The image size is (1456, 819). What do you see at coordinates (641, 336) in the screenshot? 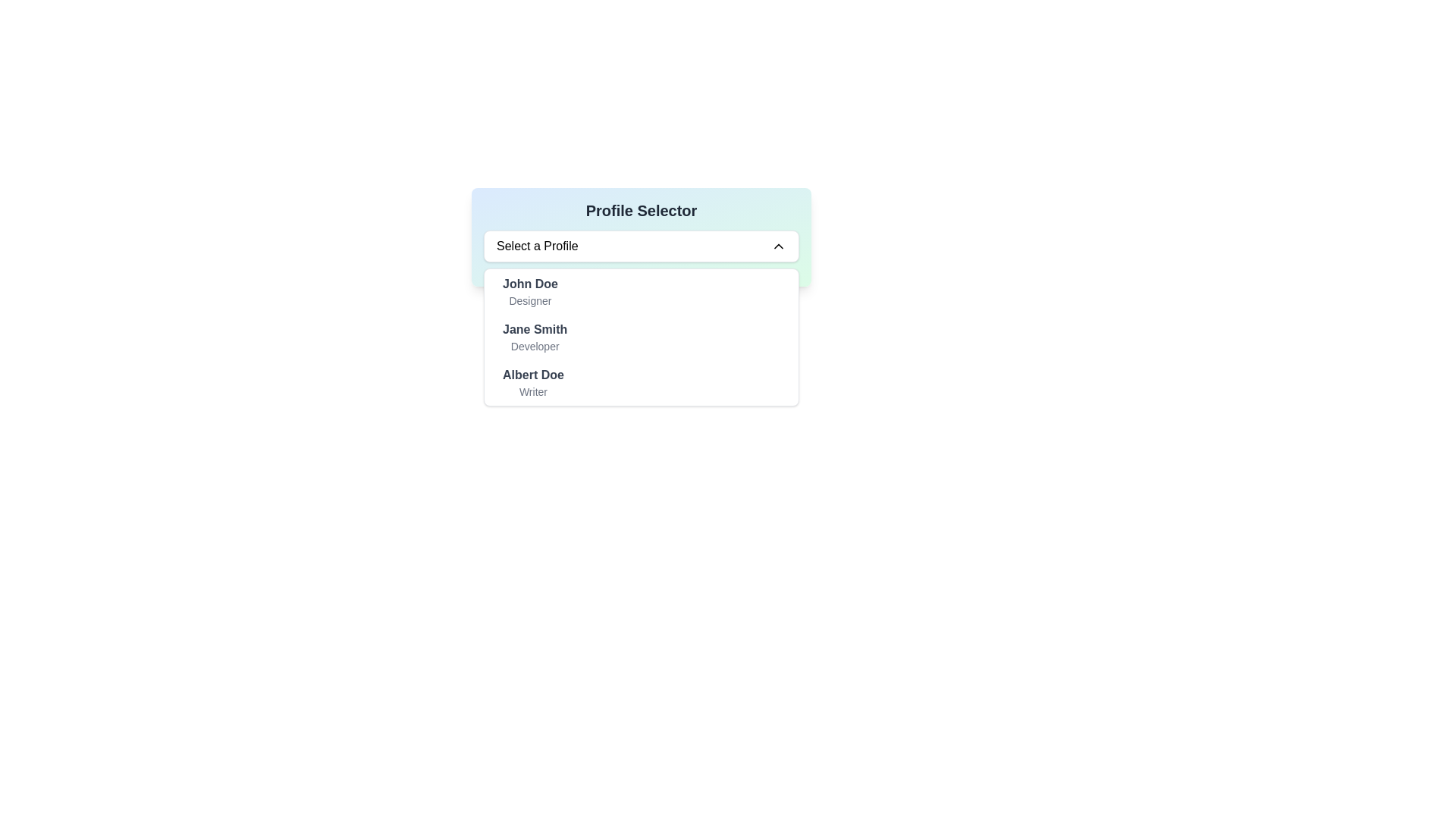
I see `the selectable profile option 'Jane Smith', labeled as 'Developer', within the dropdown menu using keyboard arrows` at bounding box center [641, 336].